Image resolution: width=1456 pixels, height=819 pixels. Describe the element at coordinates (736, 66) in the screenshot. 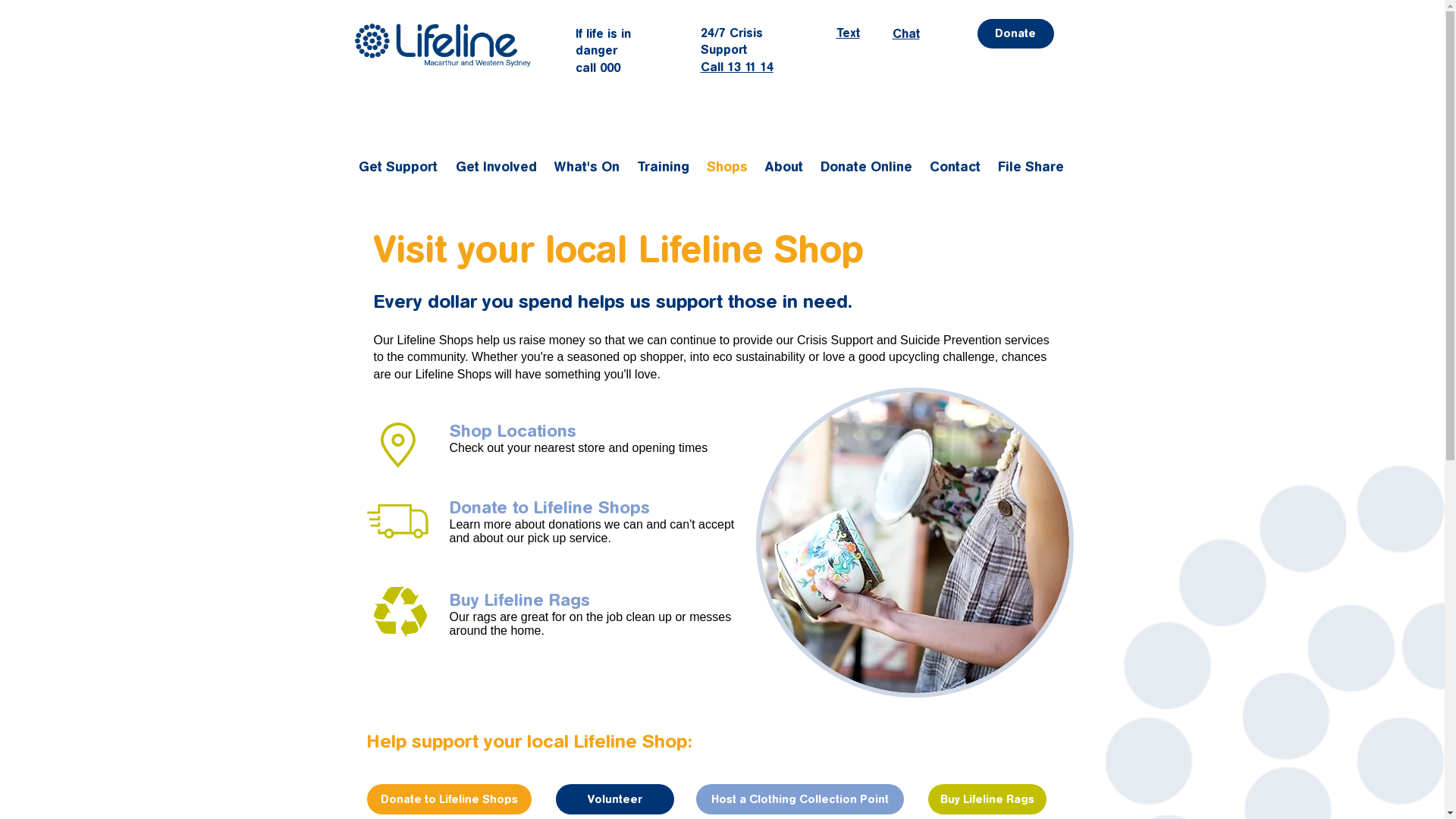

I see `'Call 13 11 14'` at that location.